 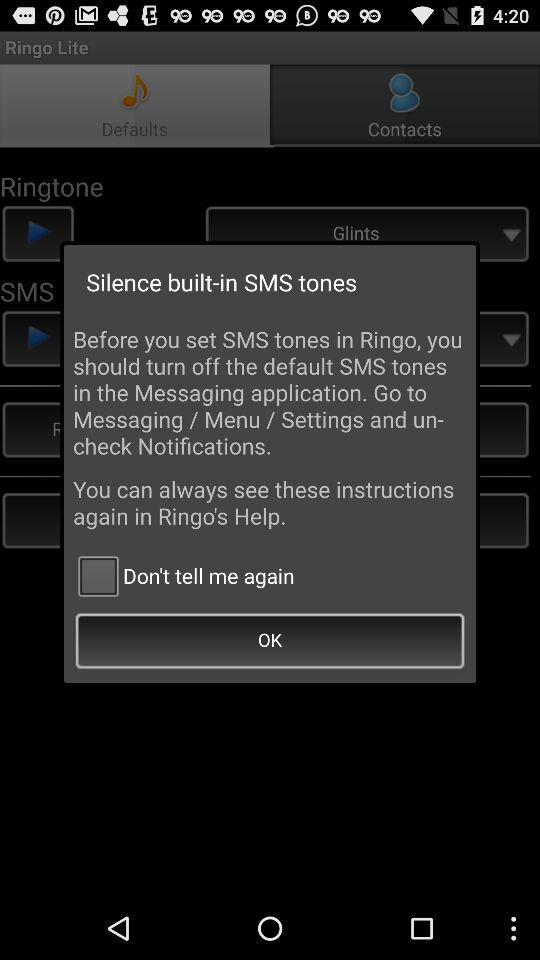 I want to click on item at the bottom, so click(x=270, y=641).